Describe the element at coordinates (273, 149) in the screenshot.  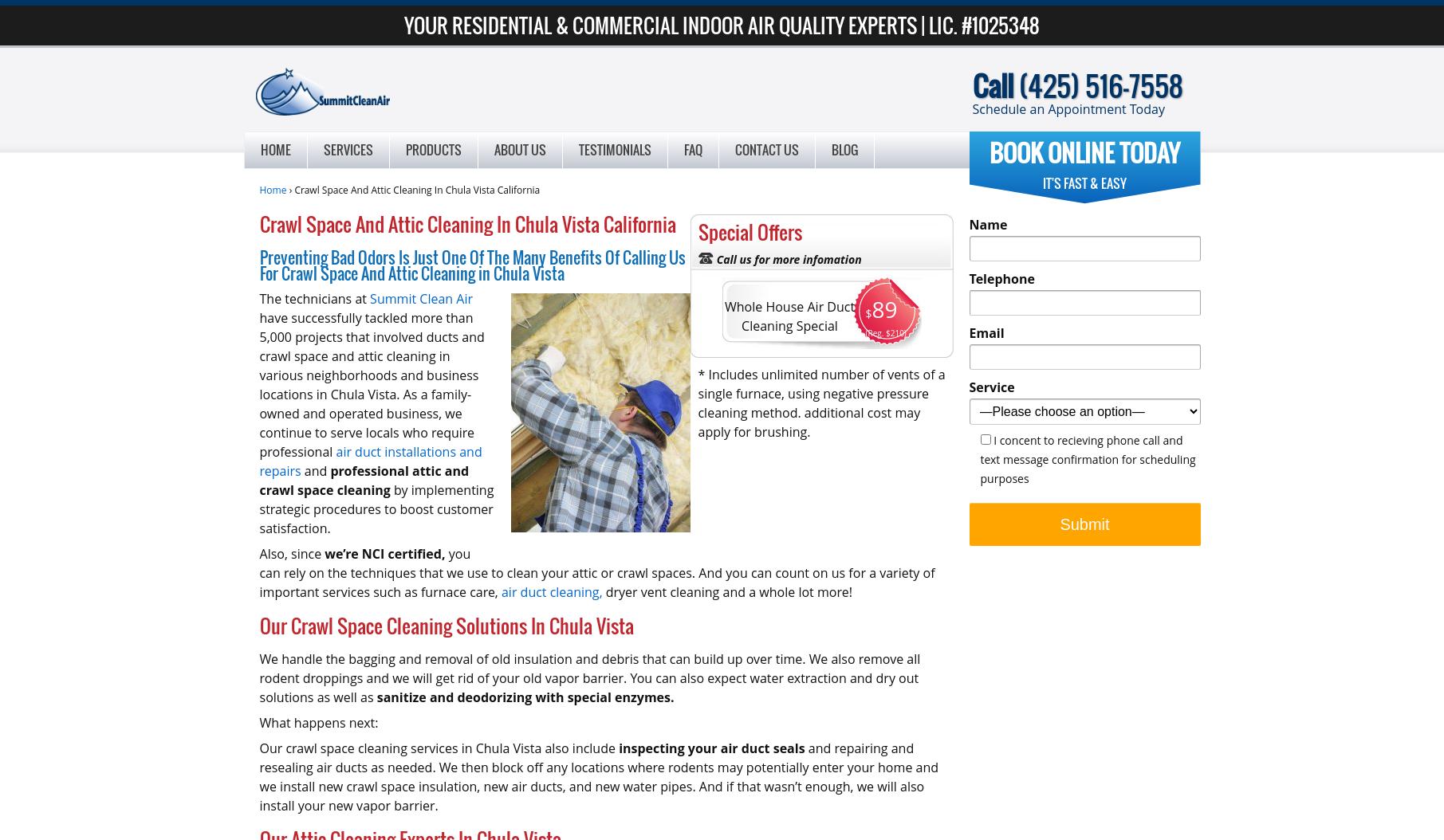
I see `'Home'` at that location.